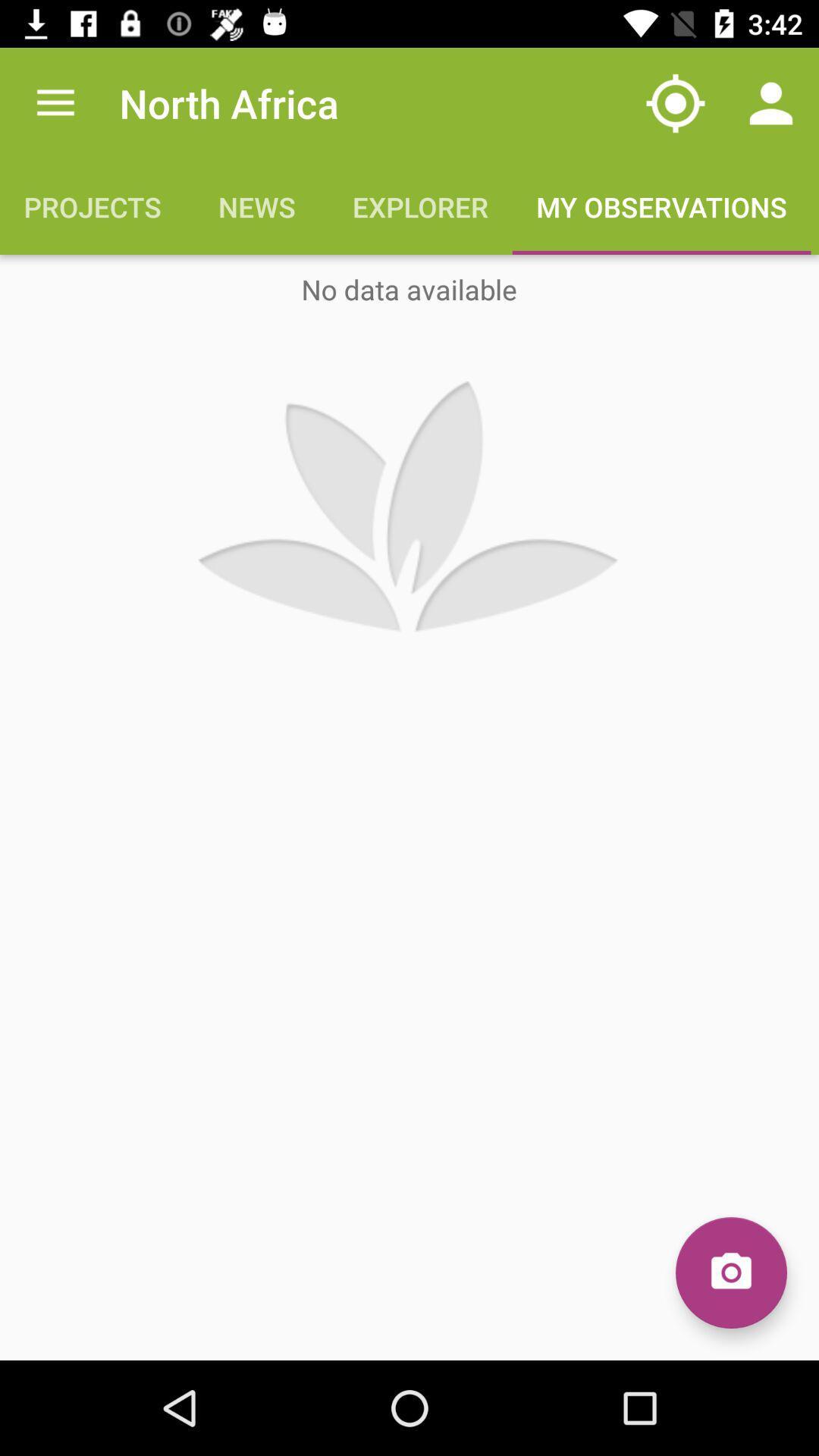  I want to click on the icon next to the north africa icon, so click(675, 102).